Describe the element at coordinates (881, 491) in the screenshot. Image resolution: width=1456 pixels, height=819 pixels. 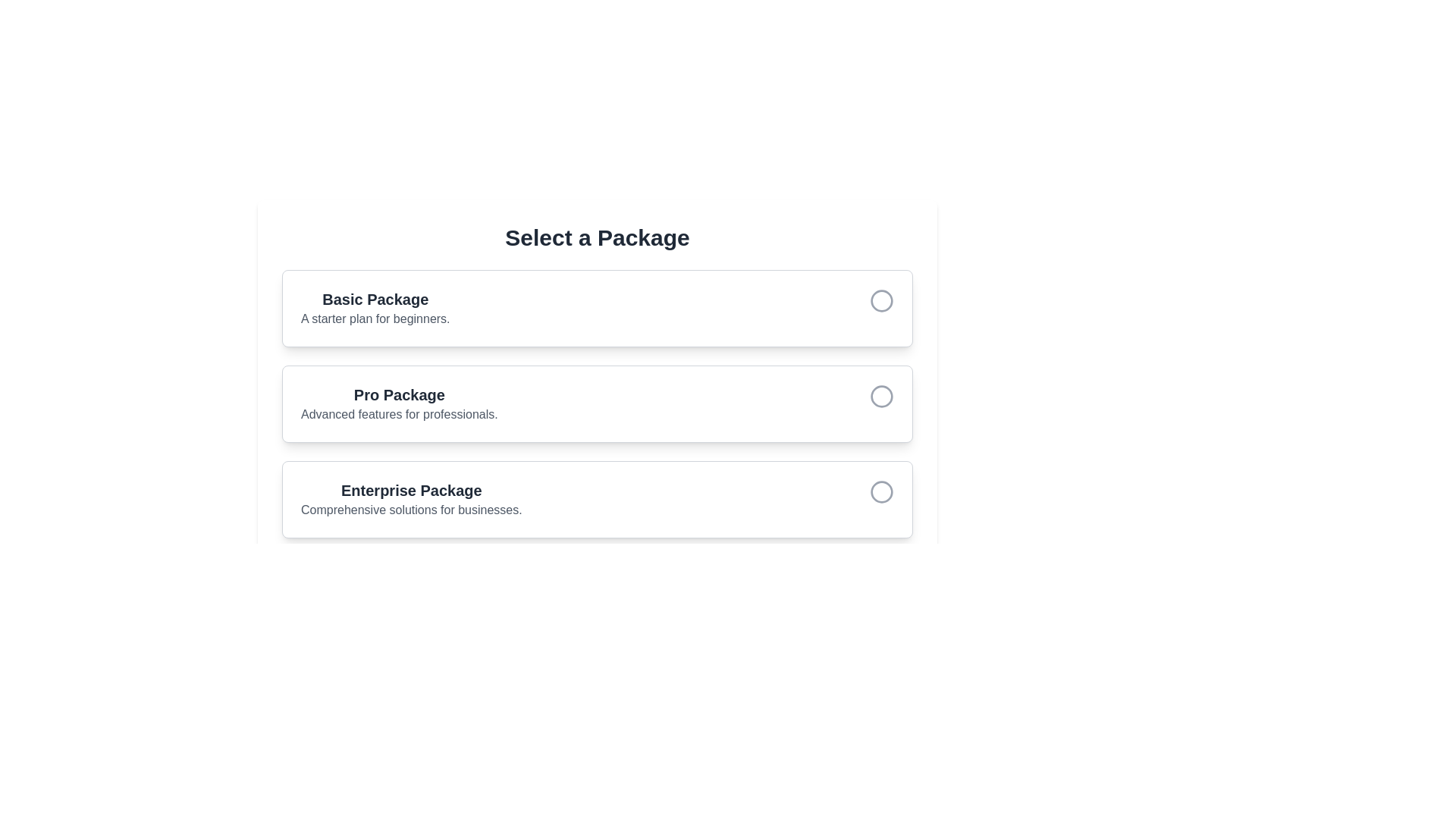
I see `the unselected radio button located at the far right of the 'Enterprise Package' option in the 'Select a Package' layout` at that location.